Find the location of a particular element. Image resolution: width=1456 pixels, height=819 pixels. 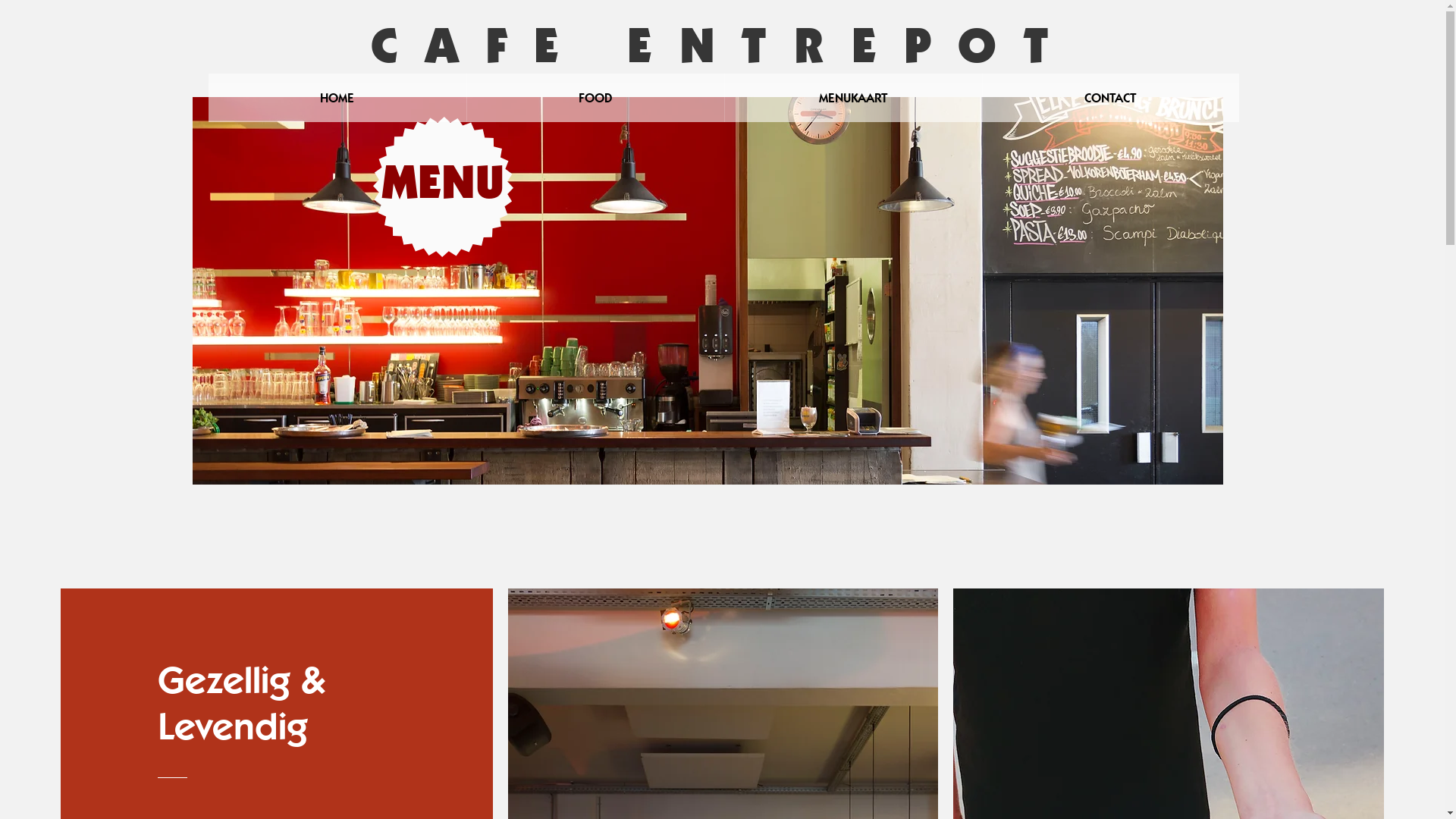

'CONTACT' is located at coordinates (1109, 97).